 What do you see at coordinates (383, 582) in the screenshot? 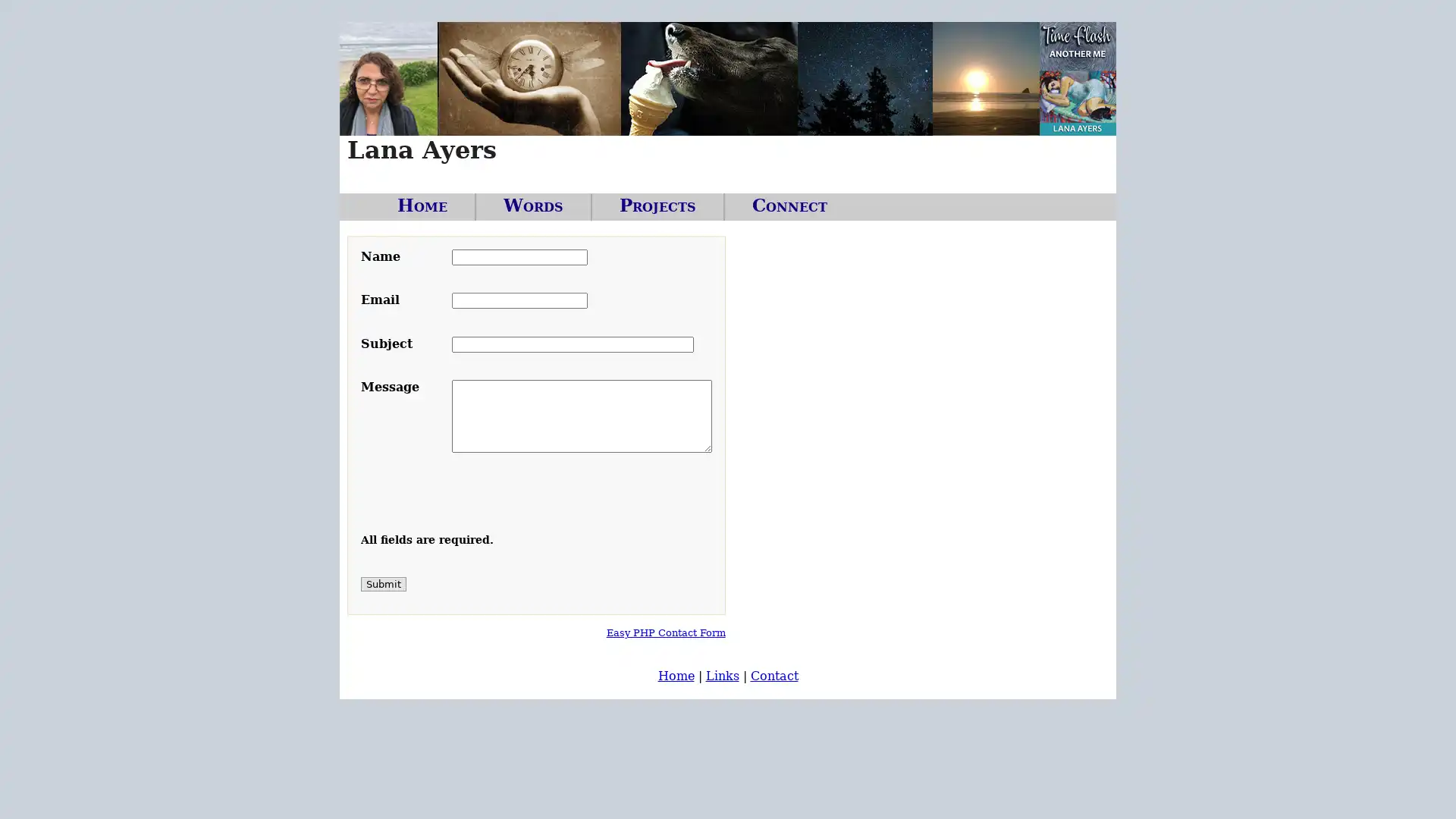
I see `Submit` at bounding box center [383, 582].